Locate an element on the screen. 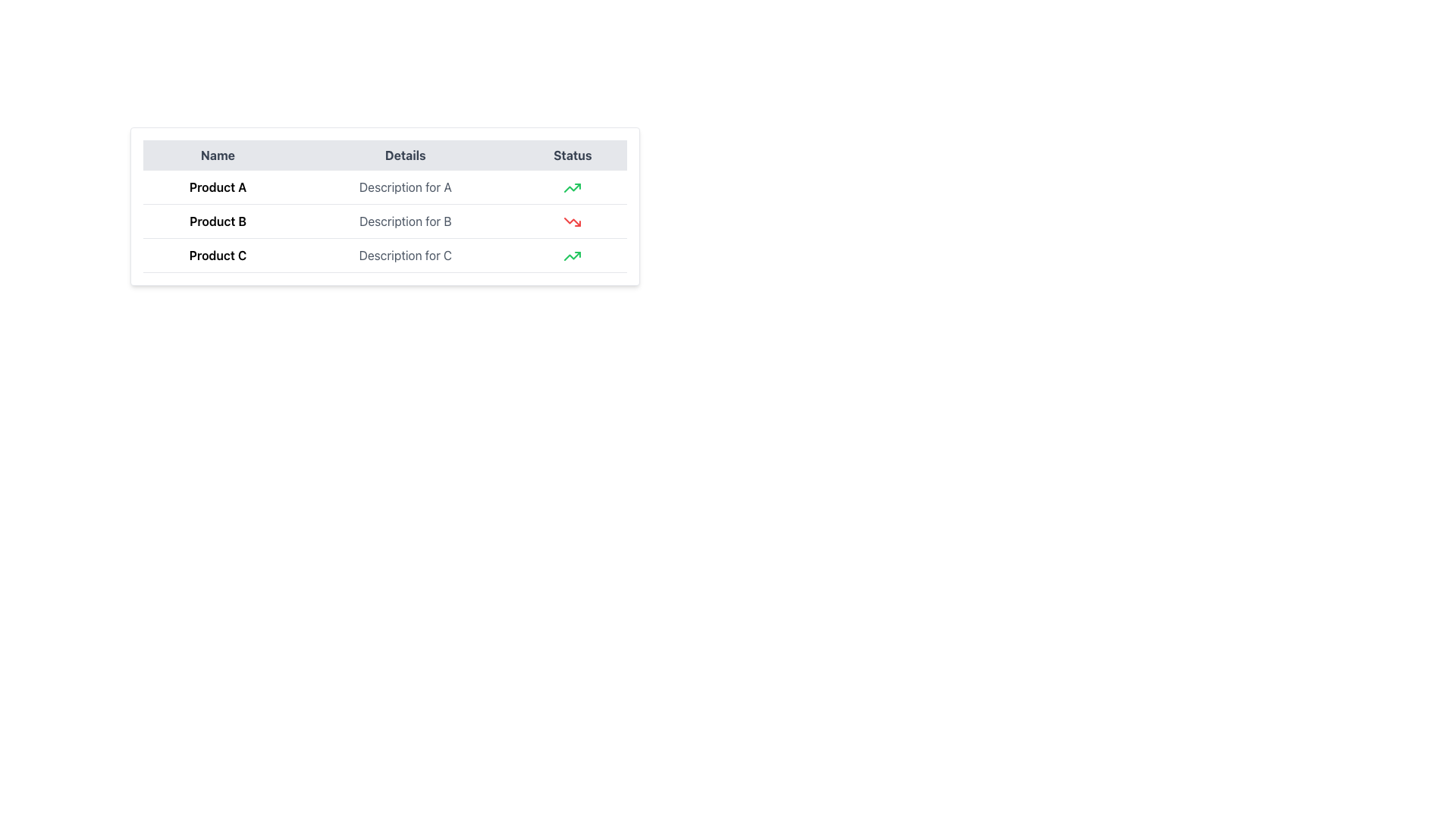 The height and width of the screenshot is (819, 1456). negative trend icon located in the second row of the table under the 'Status' column for Product B is located at coordinates (572, 222).